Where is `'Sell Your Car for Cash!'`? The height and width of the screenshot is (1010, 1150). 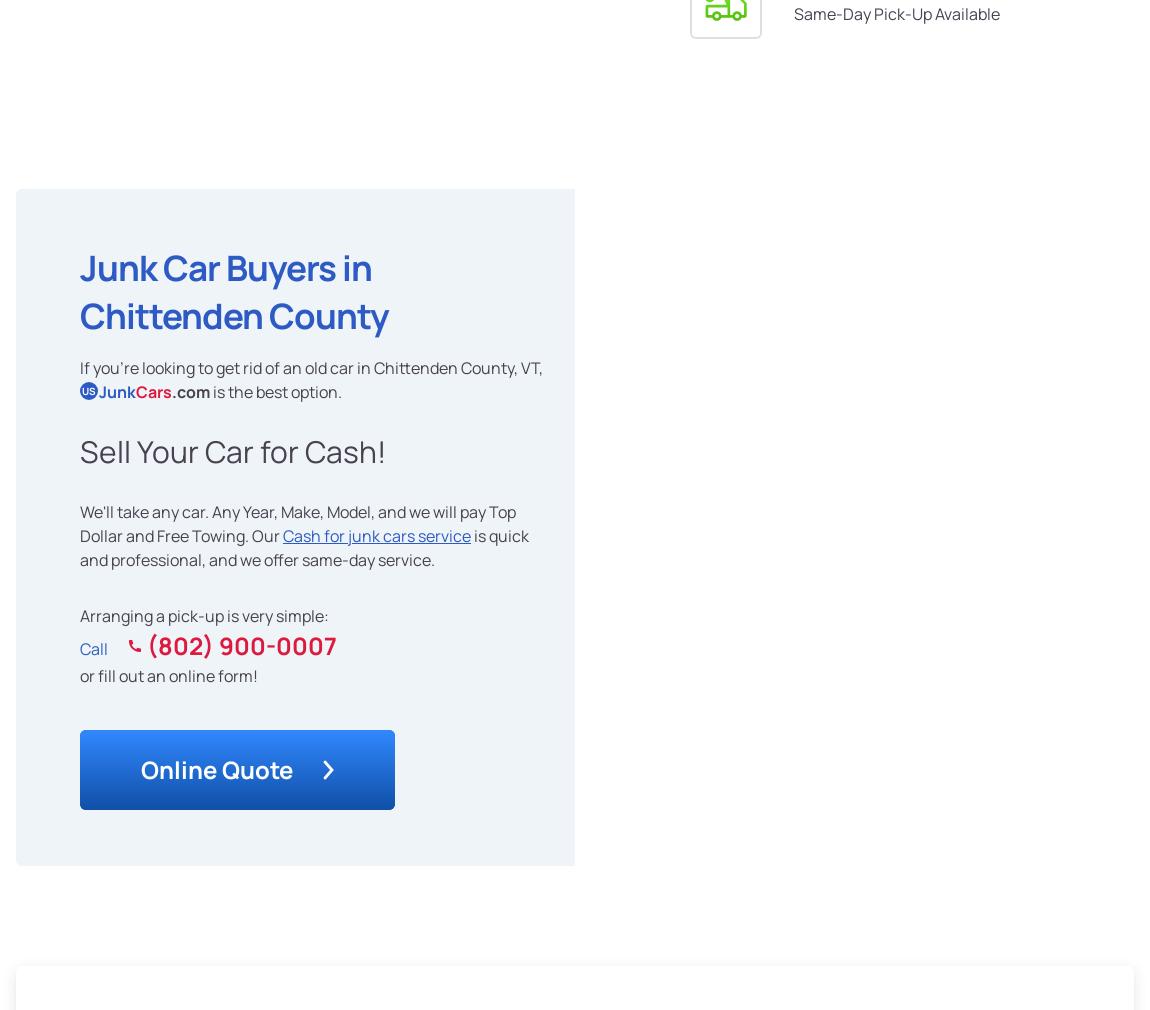 'Sell Your Car for Cash!' is located at coordinates (231, 450).